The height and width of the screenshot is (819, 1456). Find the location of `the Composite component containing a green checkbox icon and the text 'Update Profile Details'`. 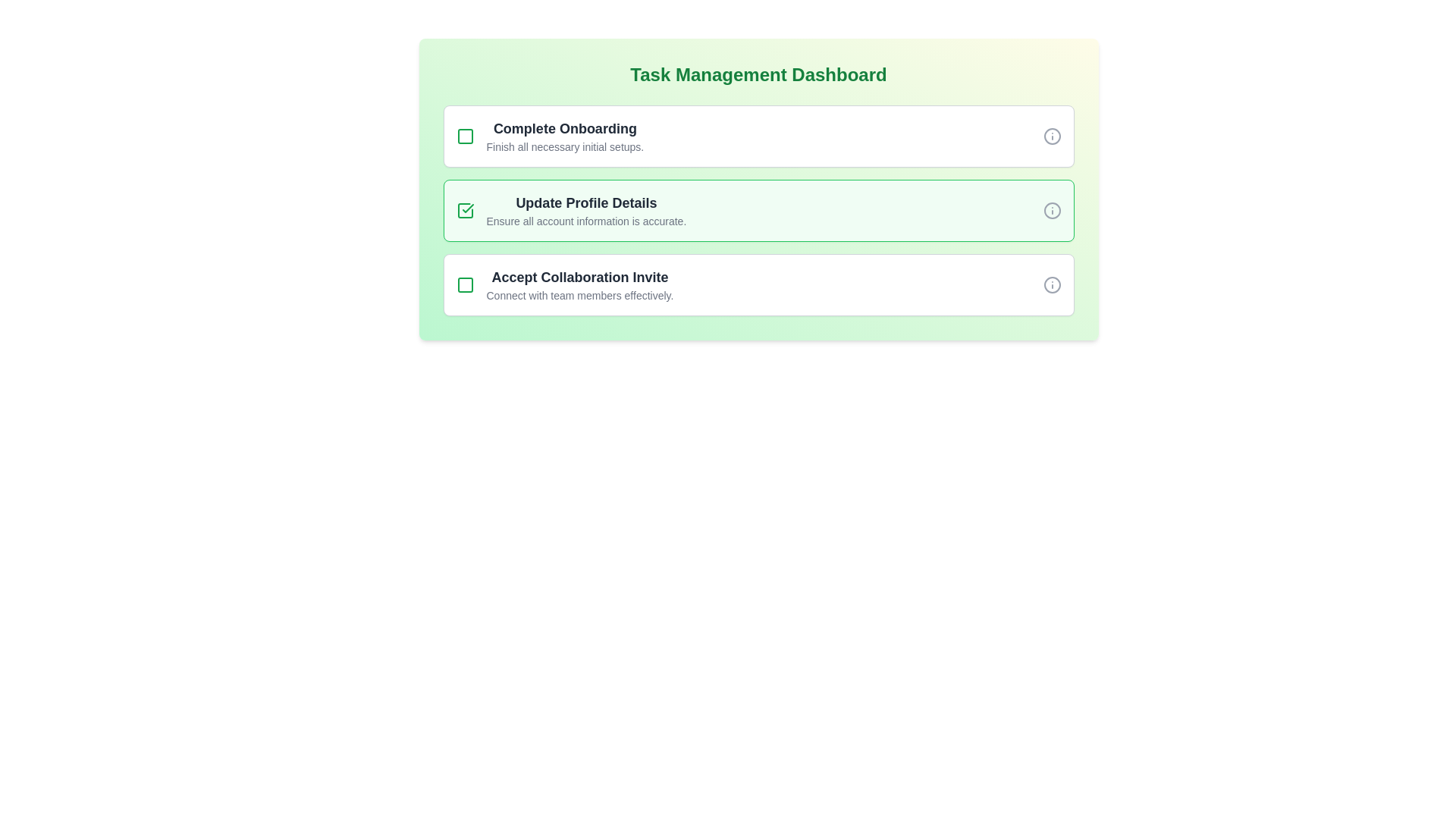

the Composite component containing a green checkbox icon and the text 'Update Profile Details' is located at coordinates (570, 210).